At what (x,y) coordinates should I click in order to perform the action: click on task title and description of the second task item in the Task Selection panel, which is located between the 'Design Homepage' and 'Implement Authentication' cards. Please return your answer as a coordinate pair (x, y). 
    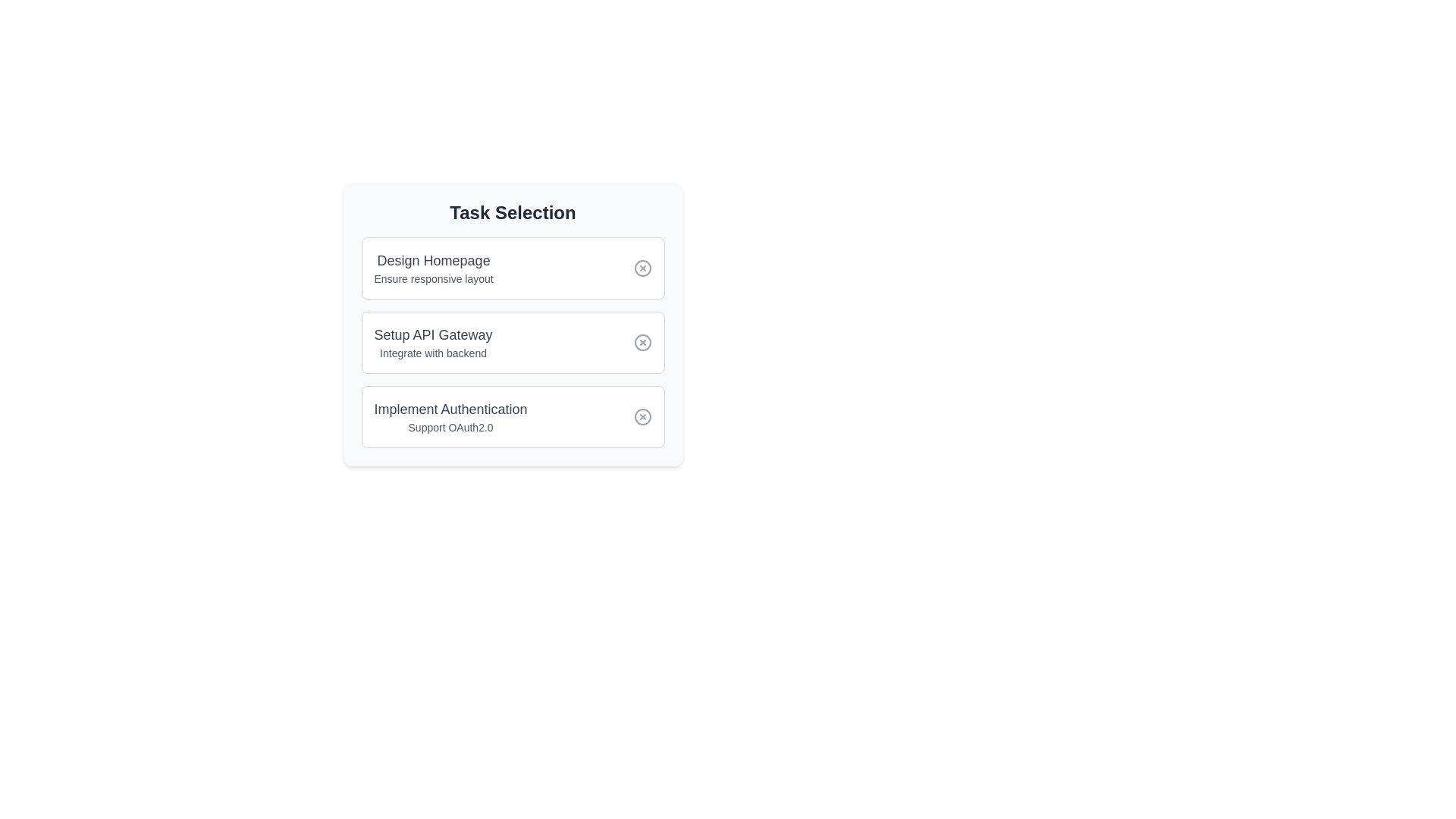
    Looking at the image, I should click on (513, 342).